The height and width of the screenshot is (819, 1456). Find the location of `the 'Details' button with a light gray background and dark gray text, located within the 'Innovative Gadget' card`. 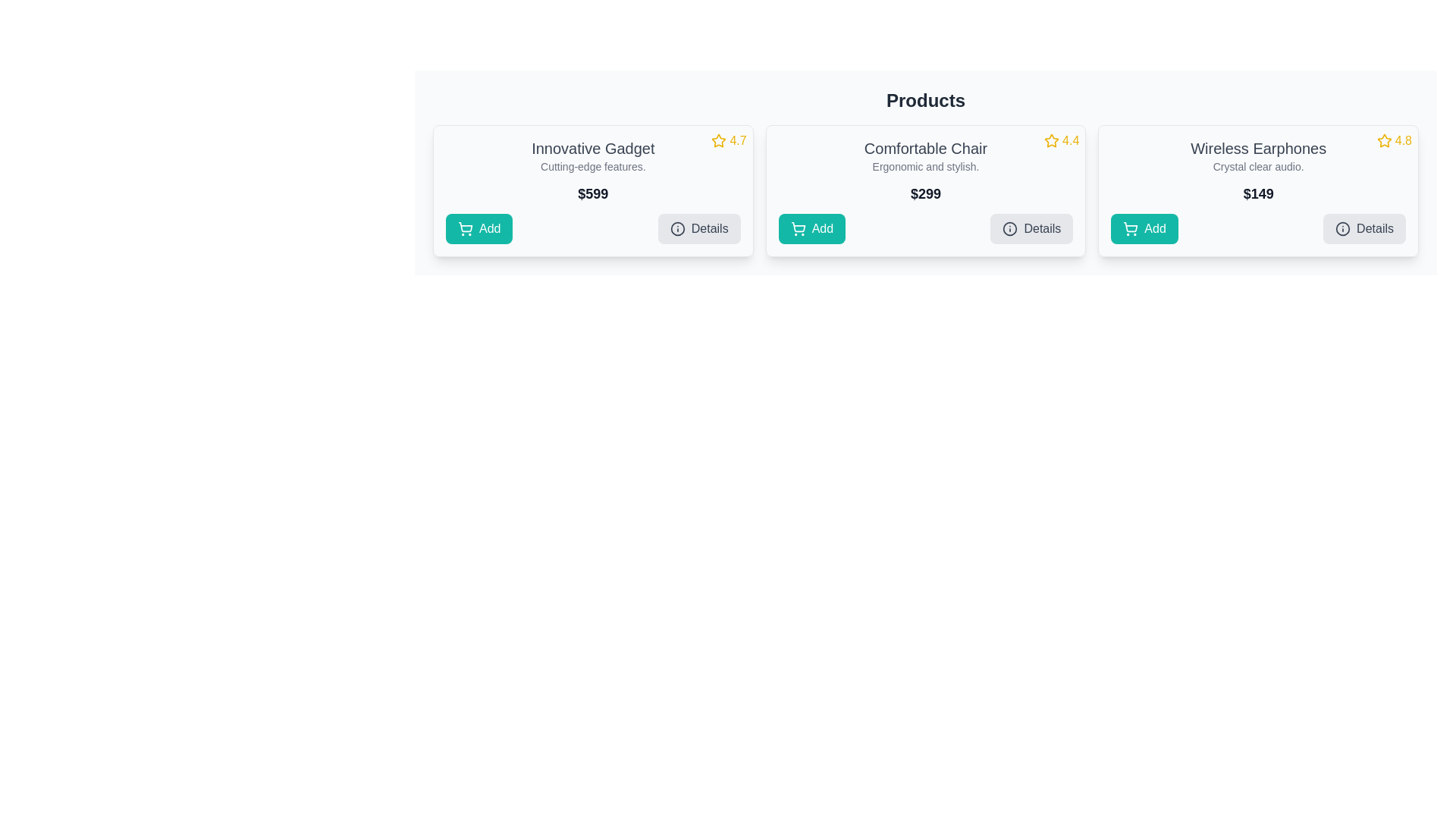

the 'Details' button with a light gray background and dark gray text, located within the 'Innovative Gadget' card is located at coordinates (698, 228).